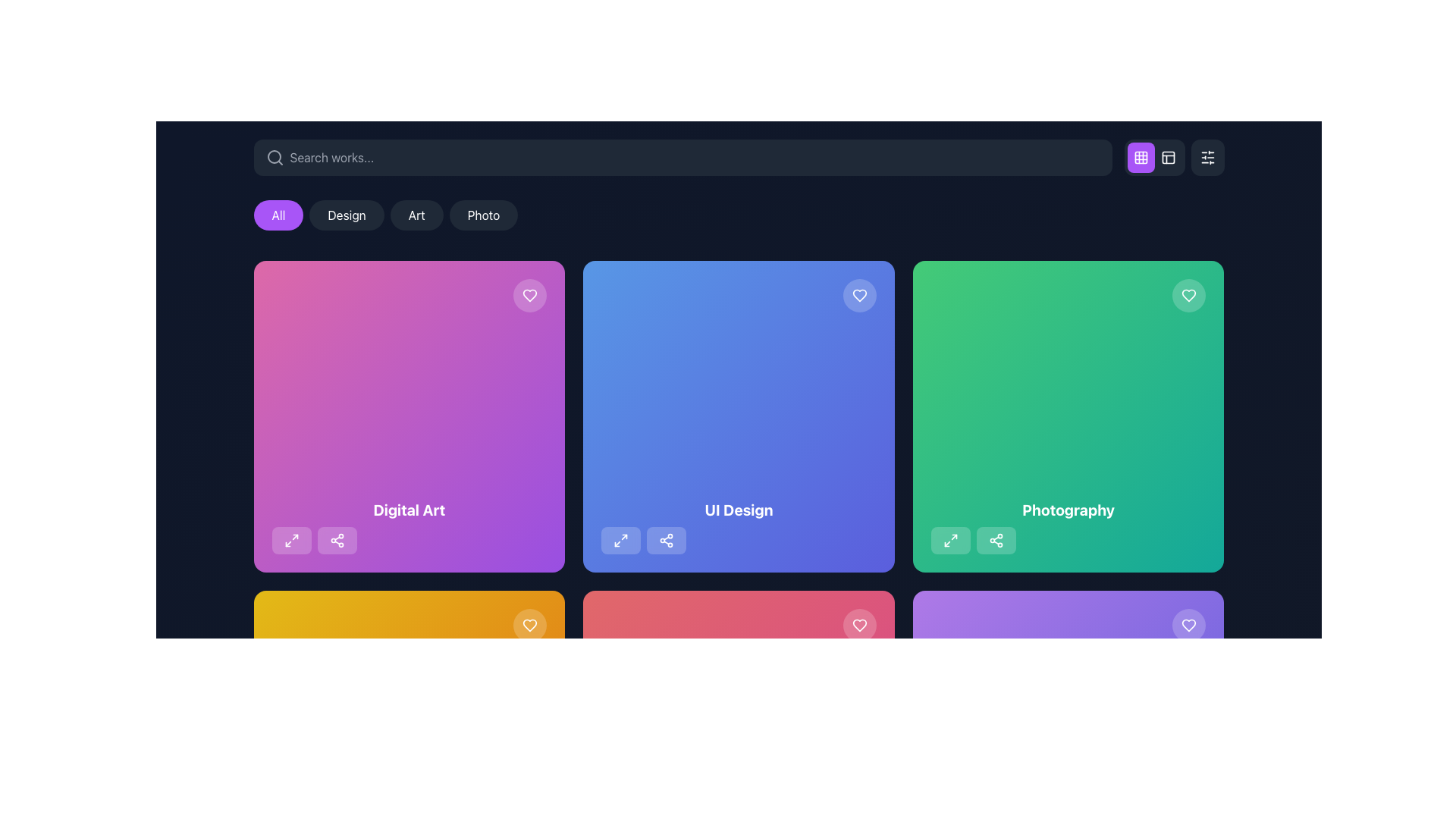 The width and height of the screenshot is (1456, 819). What do you see at coordinates (336, 539) in the screenshot?
I see `the share icon, which is the second button from the left within the rounded rectangle overlay at the bottom left corner of the 'Digital Art' card` at bounding box center [336, 539].